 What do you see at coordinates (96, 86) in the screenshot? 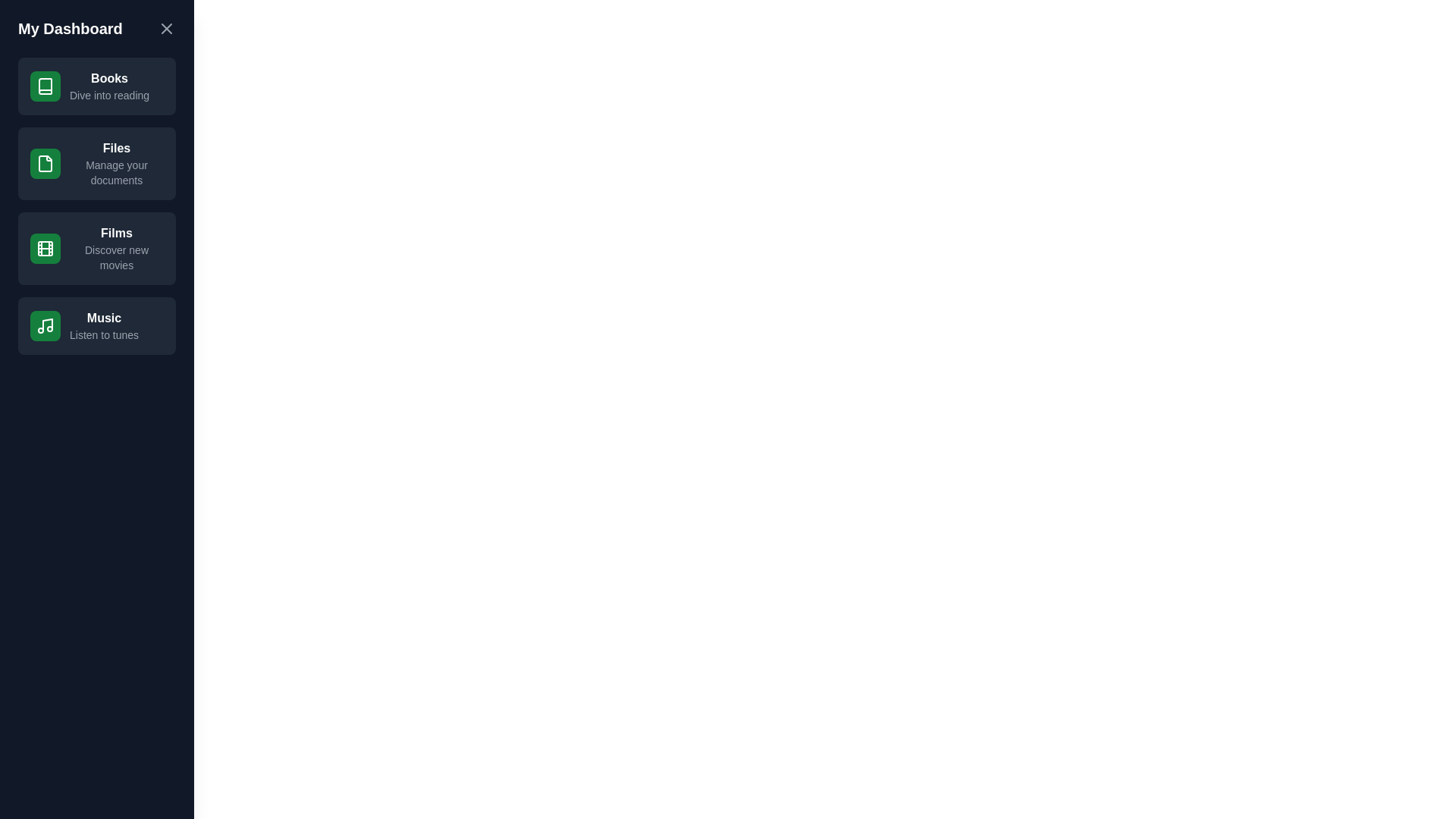
I see `the 'Books' section item in the drawer` at bounding box center [96, 86].